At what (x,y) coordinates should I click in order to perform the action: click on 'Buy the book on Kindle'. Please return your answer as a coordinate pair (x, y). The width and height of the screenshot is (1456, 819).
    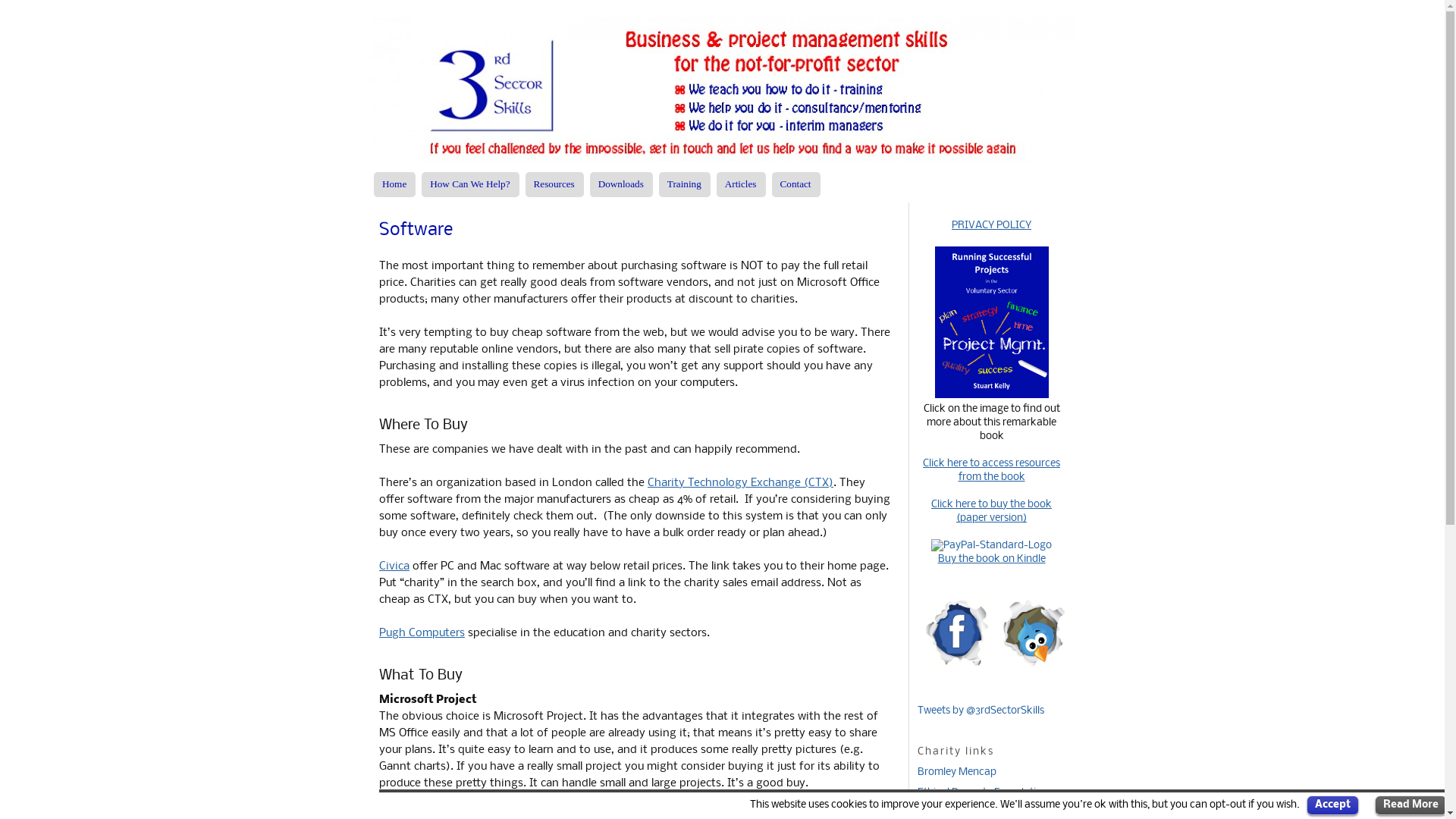
    Looking at the image, I should click on (990, 559).